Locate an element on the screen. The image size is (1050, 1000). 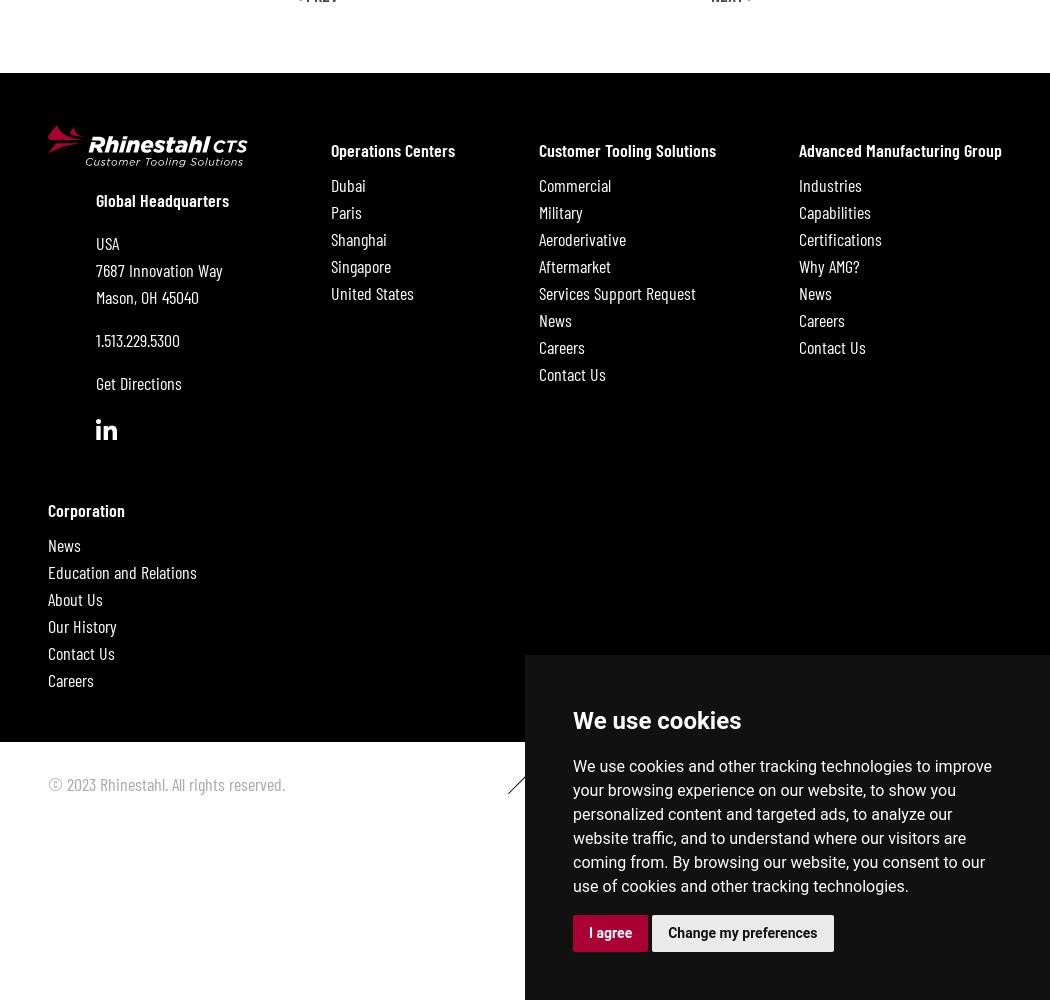
'Our History' is located at coordinates (46, 625).